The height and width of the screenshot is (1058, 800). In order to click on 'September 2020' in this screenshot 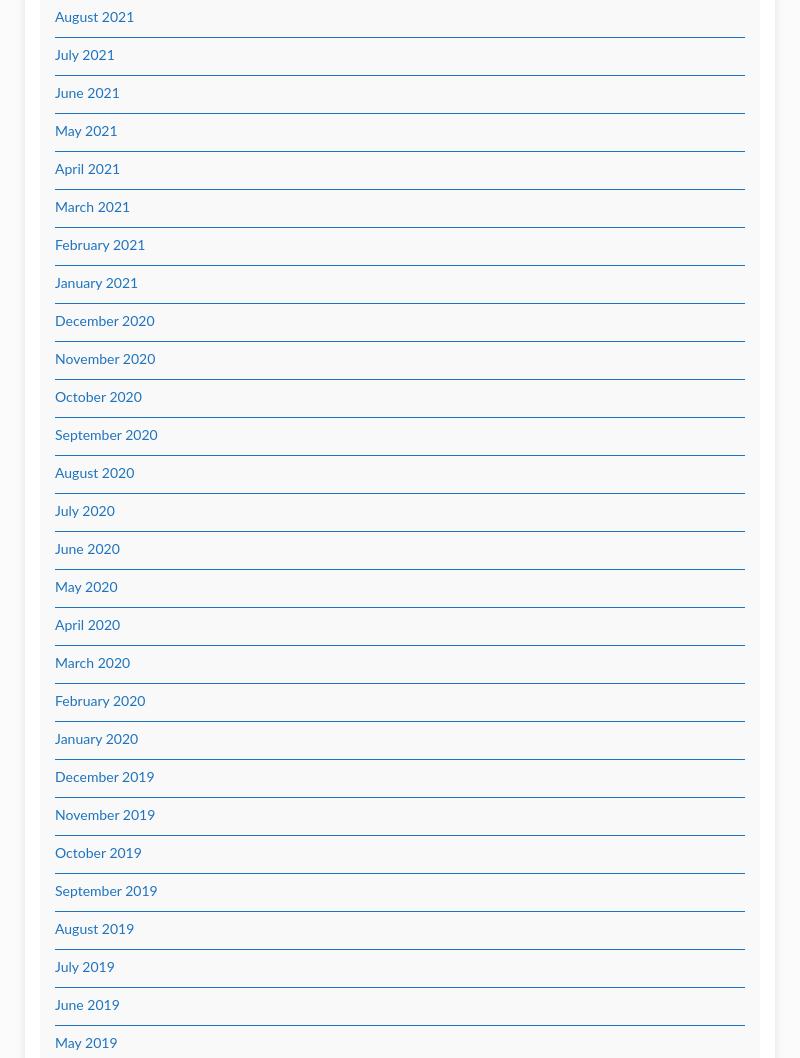, I will do `click(54, 436)`.